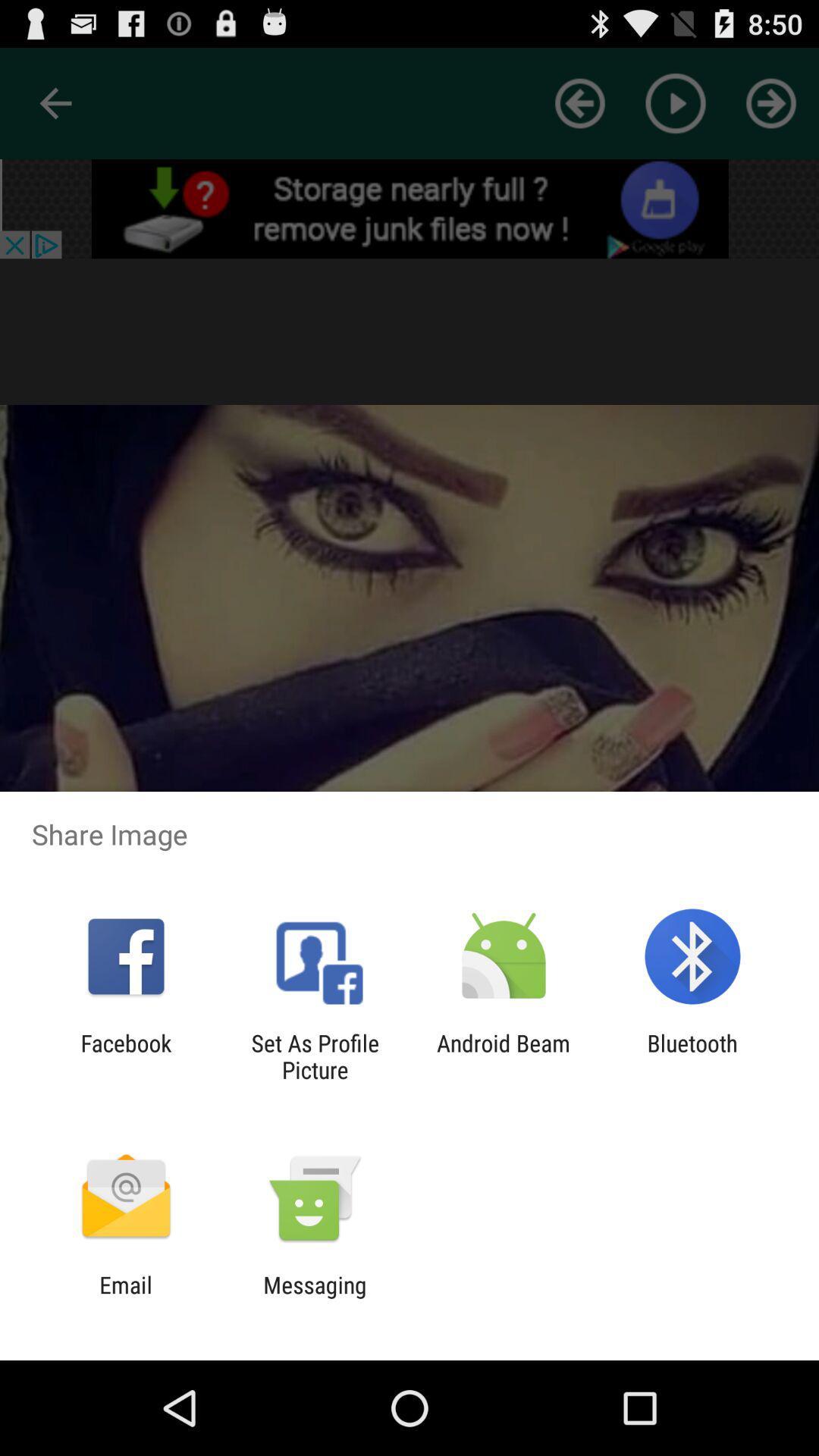 Image resolution: width=819 pixels, height=1456 pixels. Describe the element at coordinates (504, 1056) in the screenshot. I see `app next to bluetooth icon` at that location.